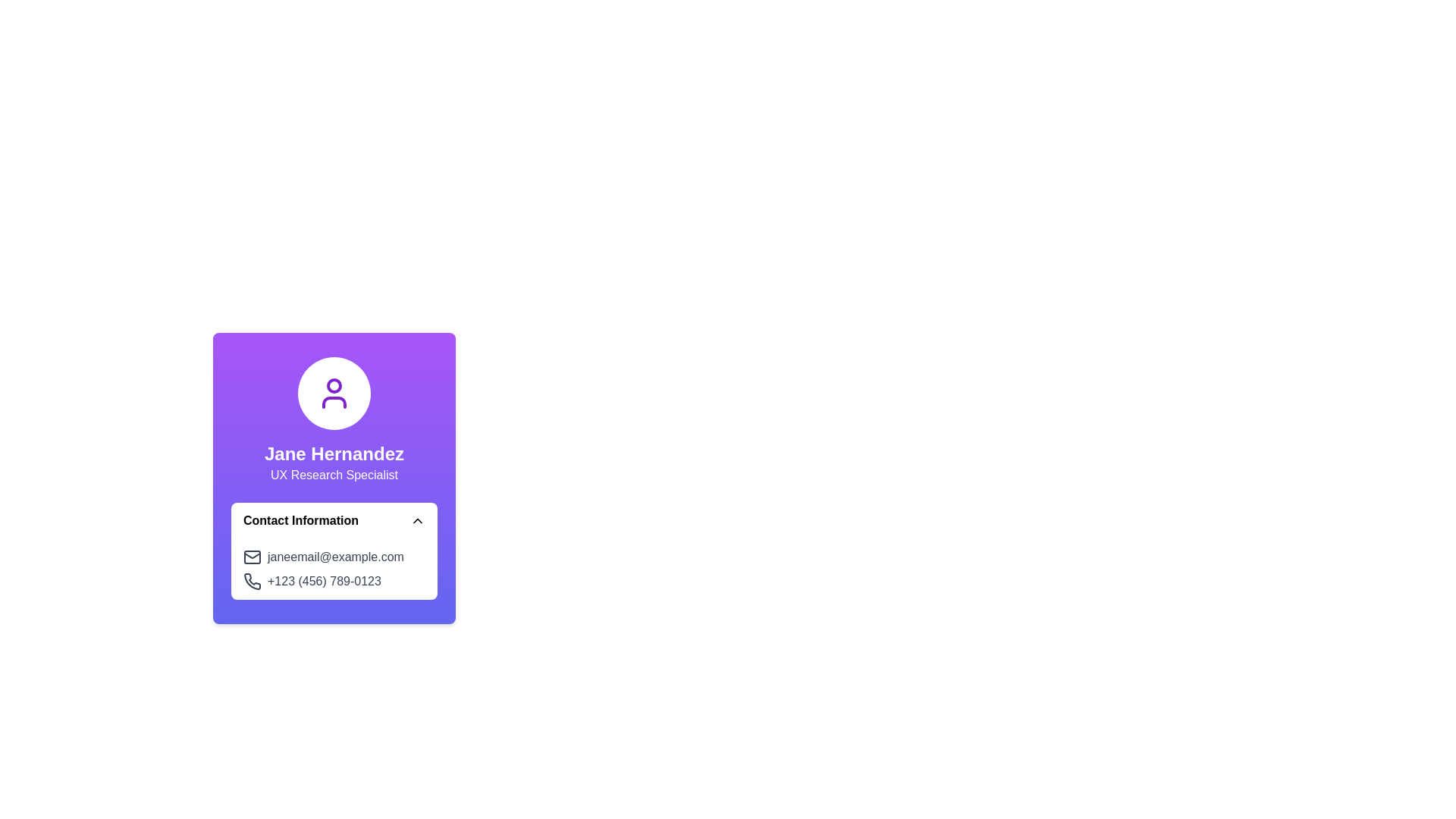 This screenshot has height=819, width=1456. I want to click on the text label displaying the email address 'janeemail@example.com' which is located beneath the 'Contact Information' header and adjacent to an envelope icon, so click(334, 557).